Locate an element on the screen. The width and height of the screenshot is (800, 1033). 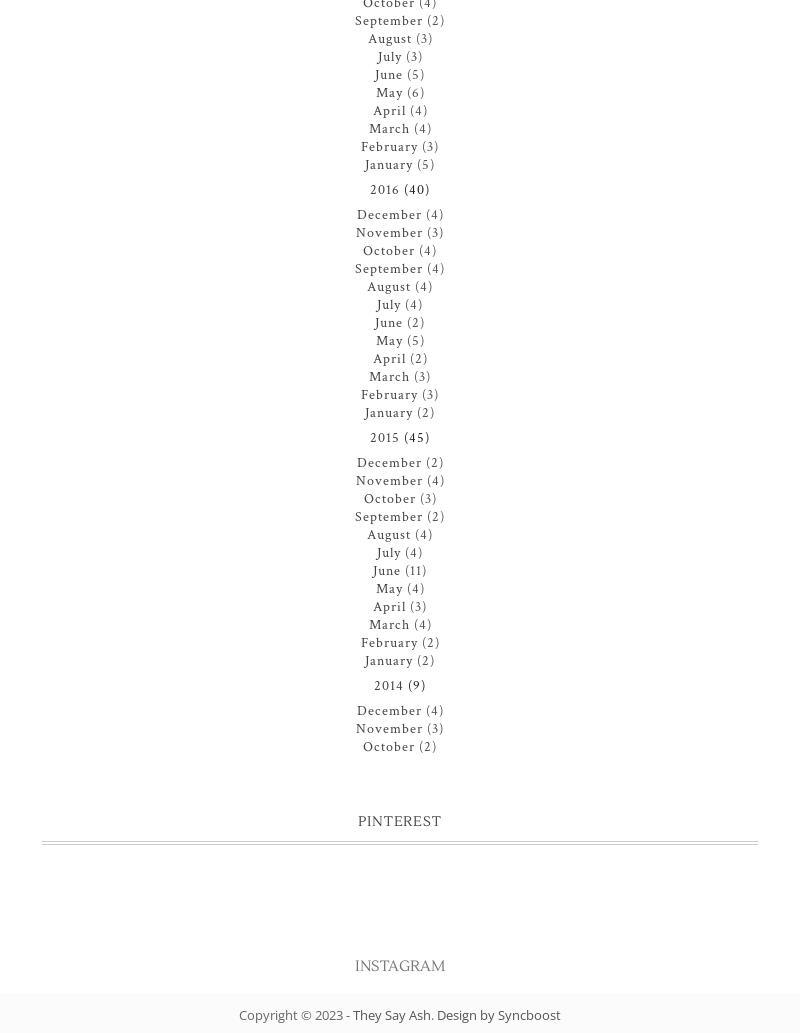
'-' is located at coordinates (348, 1014).